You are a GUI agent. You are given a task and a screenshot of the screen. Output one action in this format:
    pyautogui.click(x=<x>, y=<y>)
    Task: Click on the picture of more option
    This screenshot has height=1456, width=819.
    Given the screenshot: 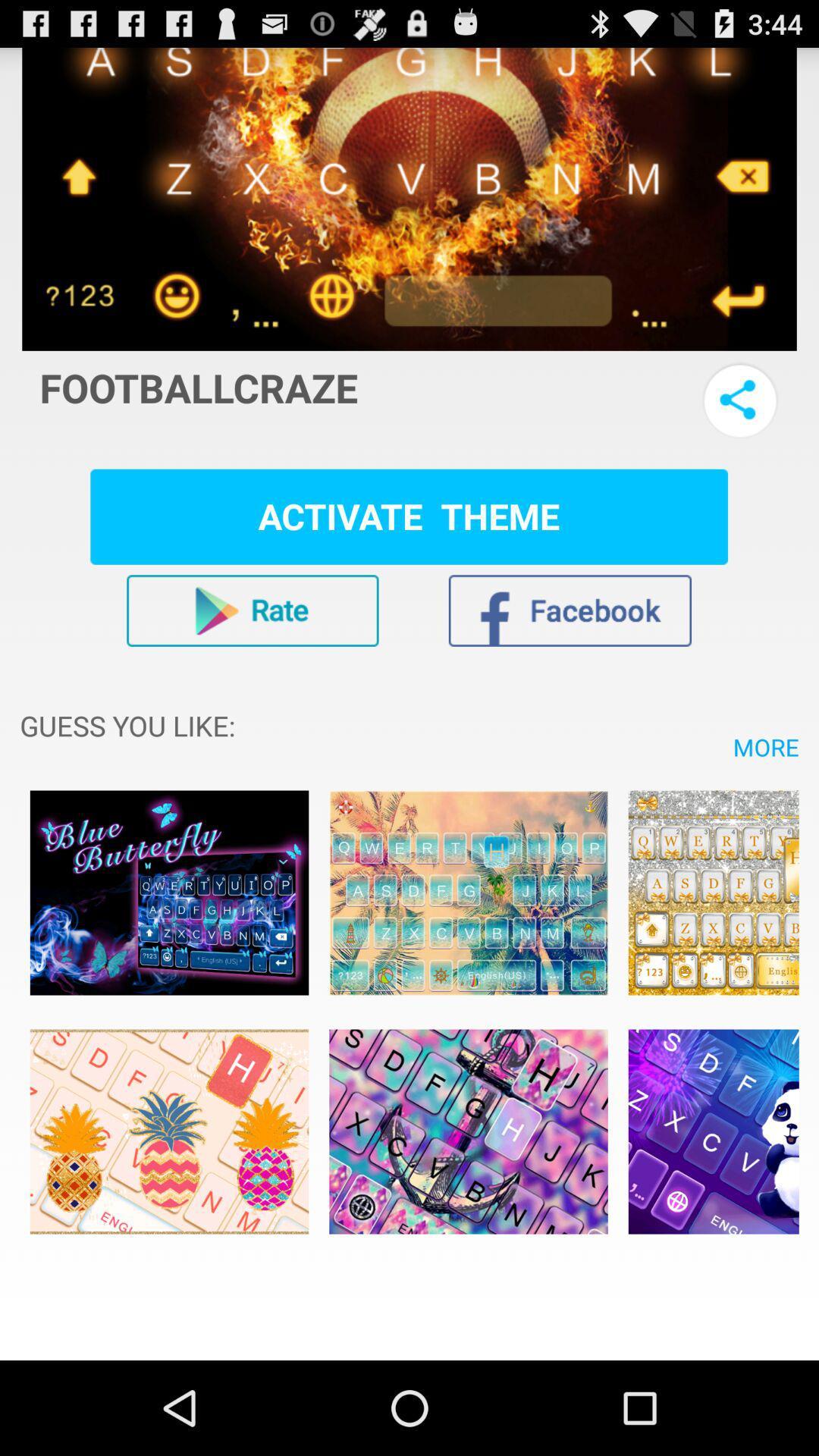 What is the action you would take?
    pyautogui.click(x=714, y=893)
    